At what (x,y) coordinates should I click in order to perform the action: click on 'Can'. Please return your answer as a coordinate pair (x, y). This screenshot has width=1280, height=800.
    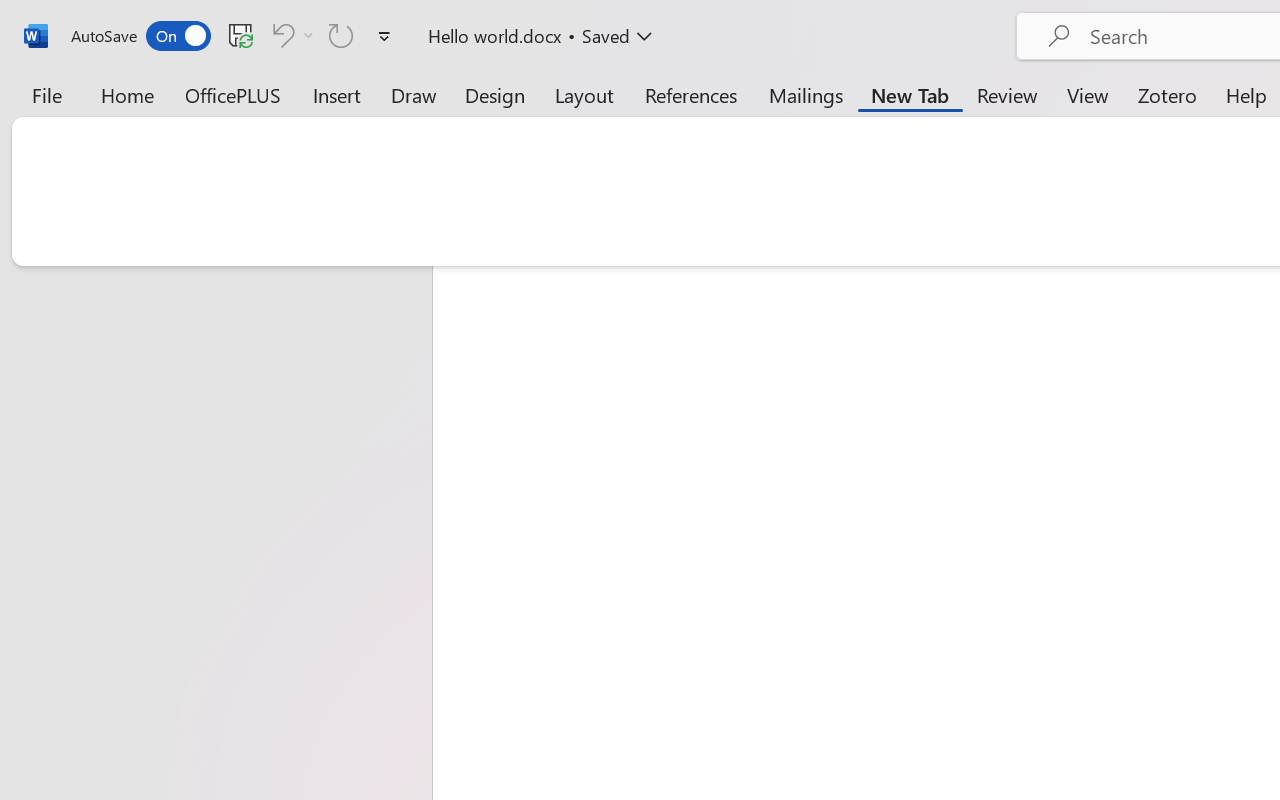
    Looking at the image, I should click on (289, 34).